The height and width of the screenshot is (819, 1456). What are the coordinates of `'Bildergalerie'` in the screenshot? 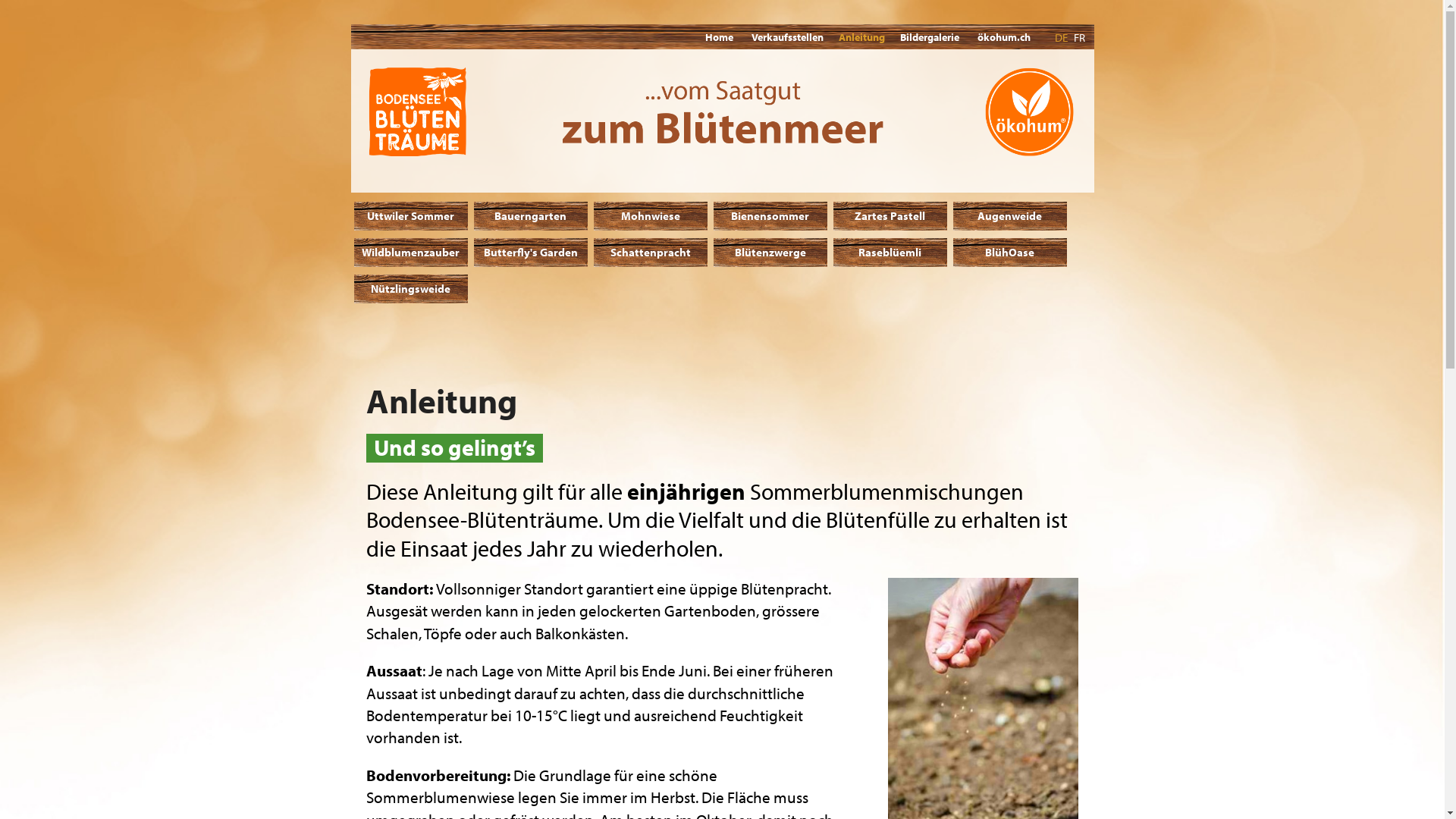 It's located at (927, 37).